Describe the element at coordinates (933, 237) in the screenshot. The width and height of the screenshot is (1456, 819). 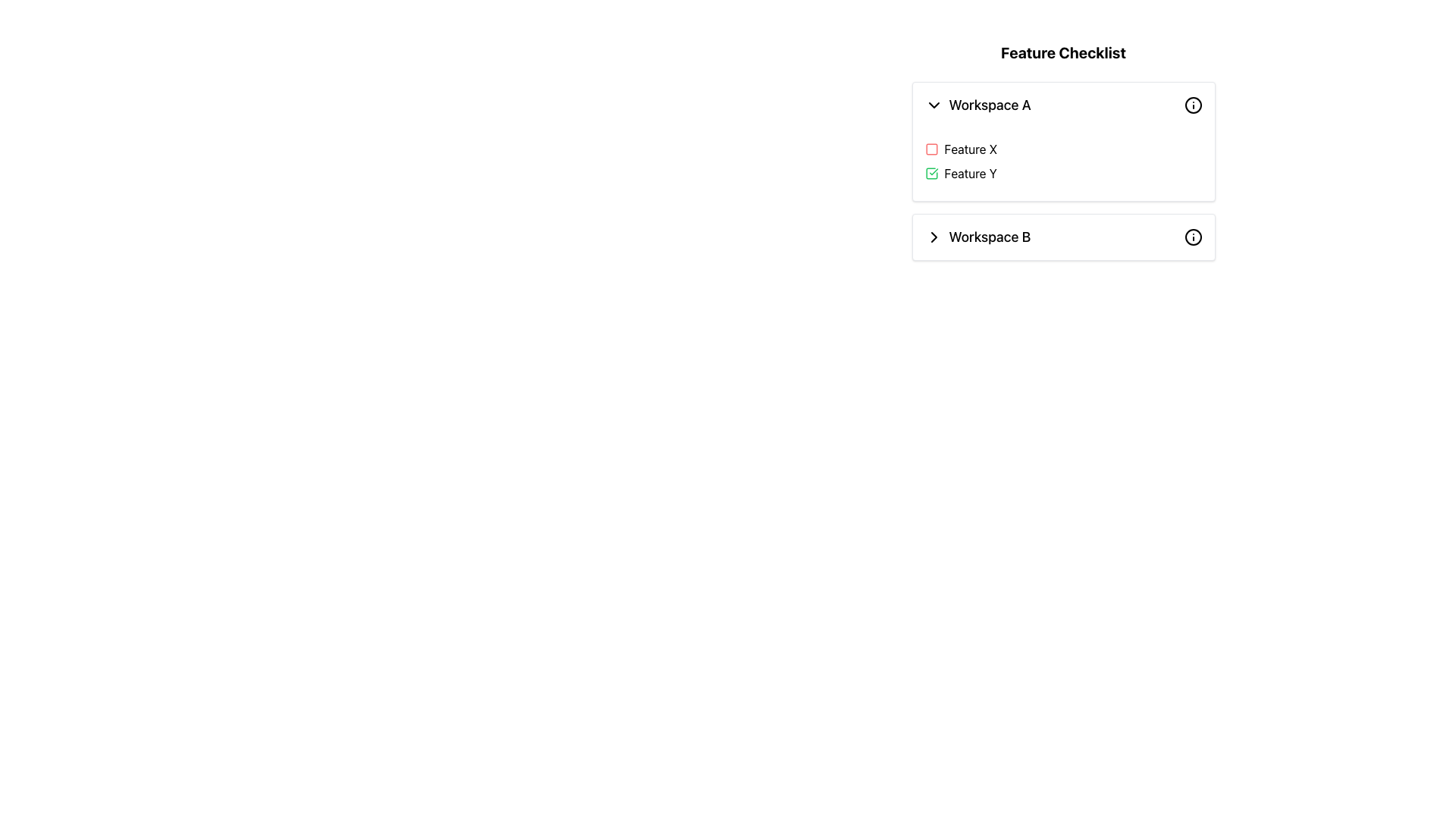
I see `the right-facing chevron icon located at the far right of the Workspace B entry within the Feature Checklist area` at that location.